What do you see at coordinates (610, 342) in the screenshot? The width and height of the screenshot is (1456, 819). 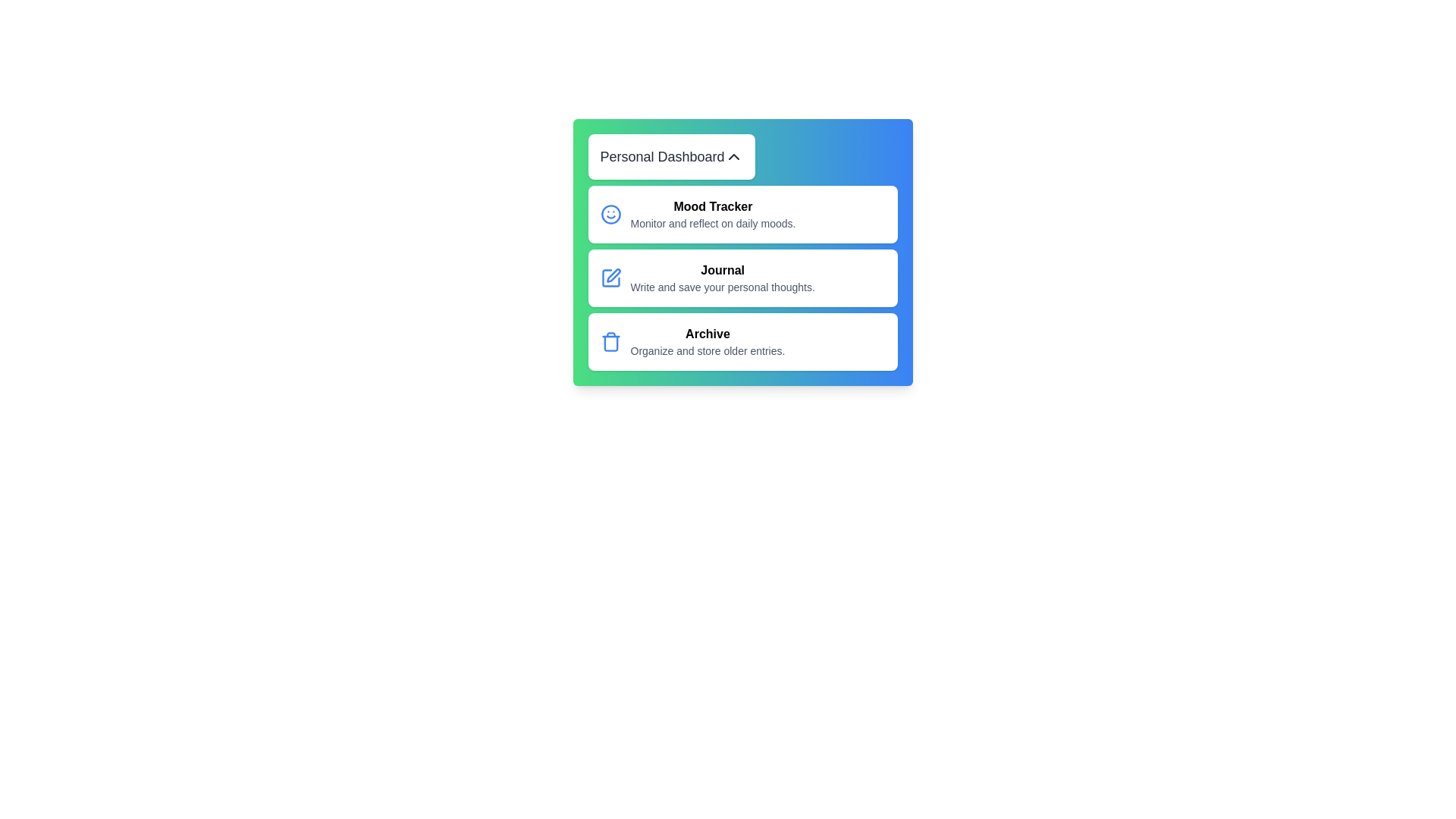 I see `the icon next to the menu item Archive` at bounding box center [610, 342].